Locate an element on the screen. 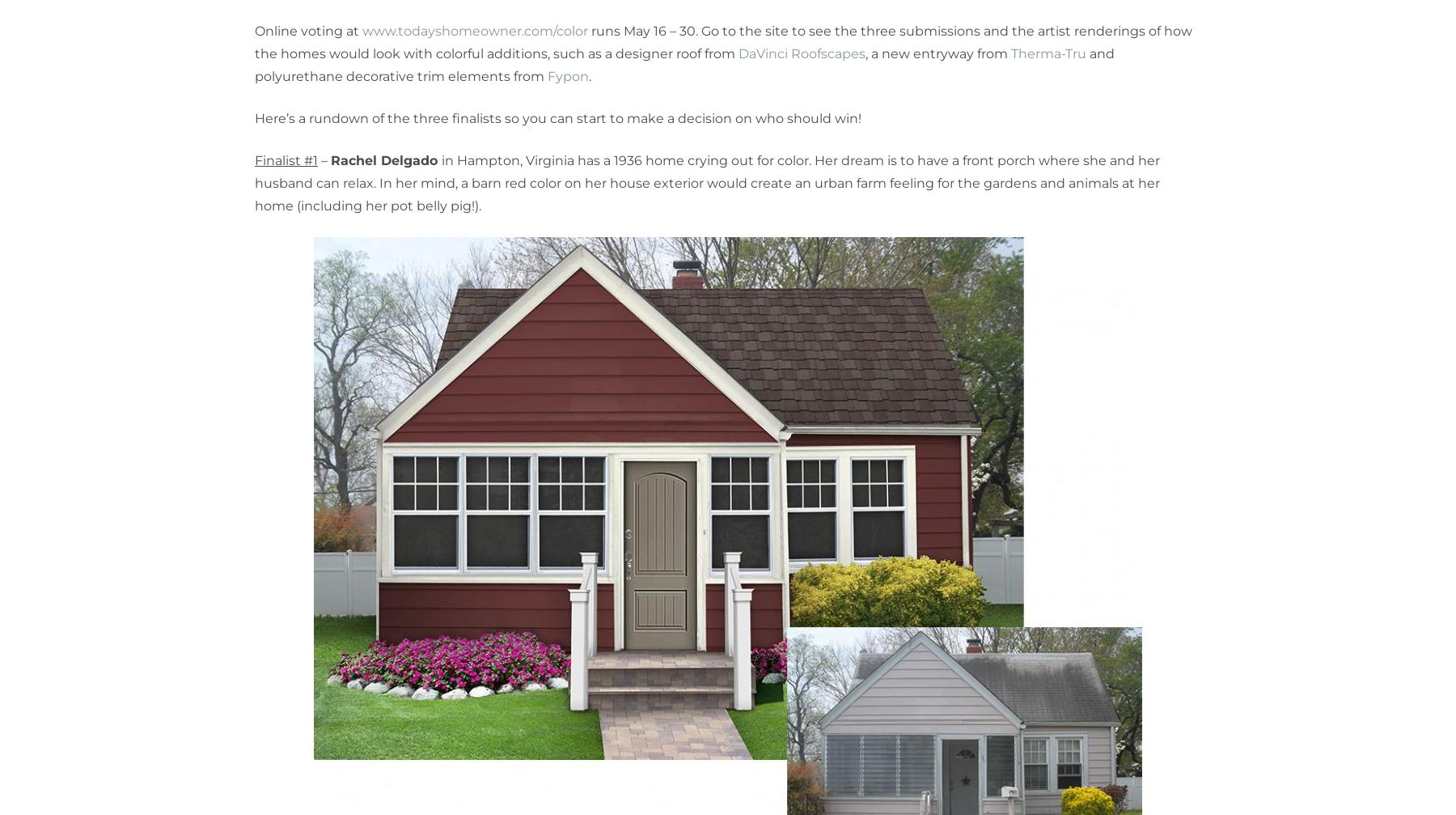 The width and height of the screenshot is (1456, 815). 'in Hampton, Virginia has a 1936 home crying out for color. Her dream is to have a front porch where she and her husband can relax. In her mind, a barn red color on her house exterior would create an urban farm feeling for the gardens and animals at her home (including her pot belly pig!).' is located at coordinates (707, 183).